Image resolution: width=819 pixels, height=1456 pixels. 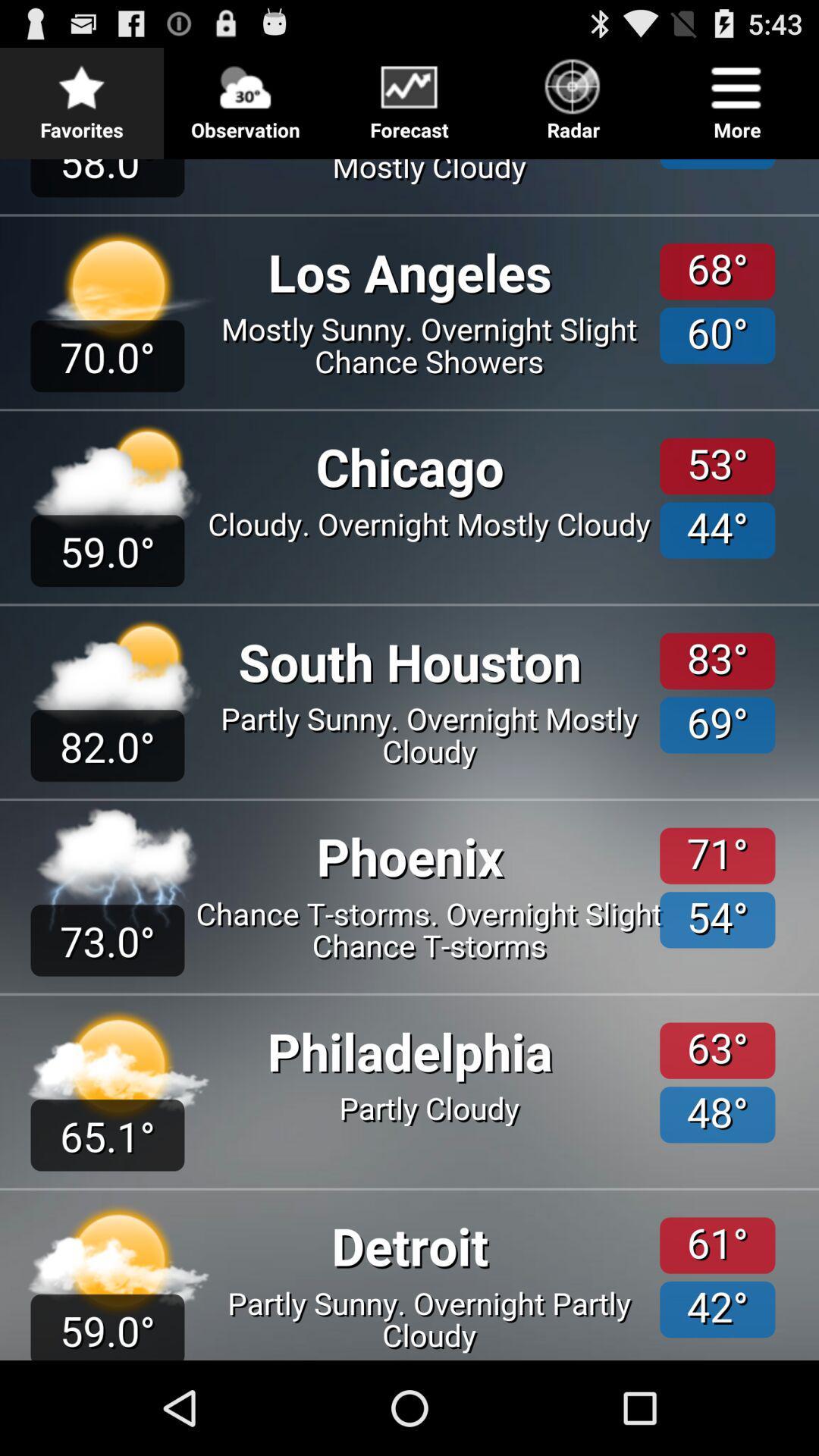 What do you see at coordinates (82, 94) in the screenshot?
I see `favorites item` at bounding box center [82, 94].